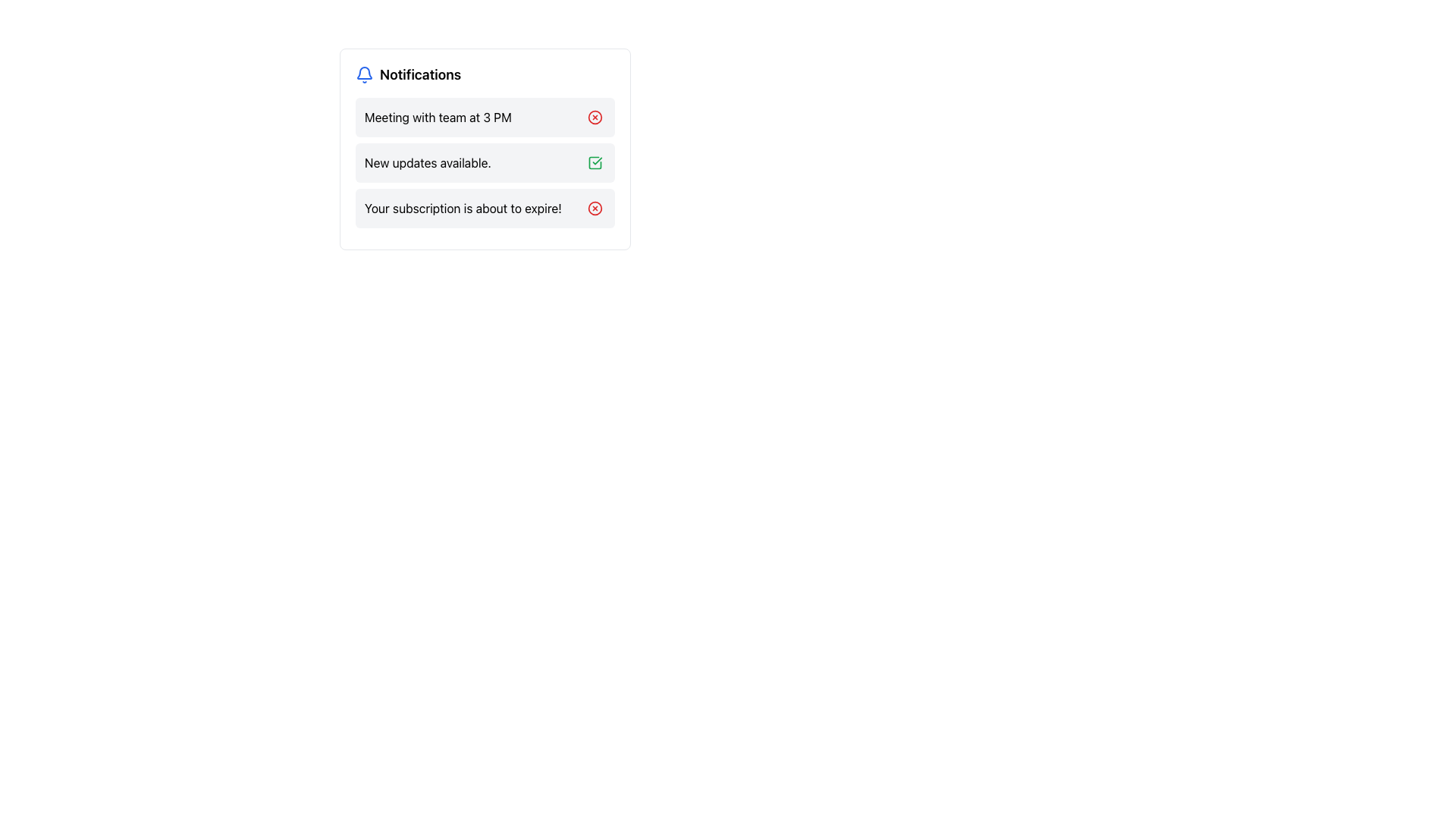 The height and width of the screenshot is (819, 1456). What do you see at coordinates (595, 208) in the screenshot?
I see `the dismiss button (SVG icon) located in the rightmost part of the notification row for 'Your subscription is about to expire!'` at bounding box center [595, 208].